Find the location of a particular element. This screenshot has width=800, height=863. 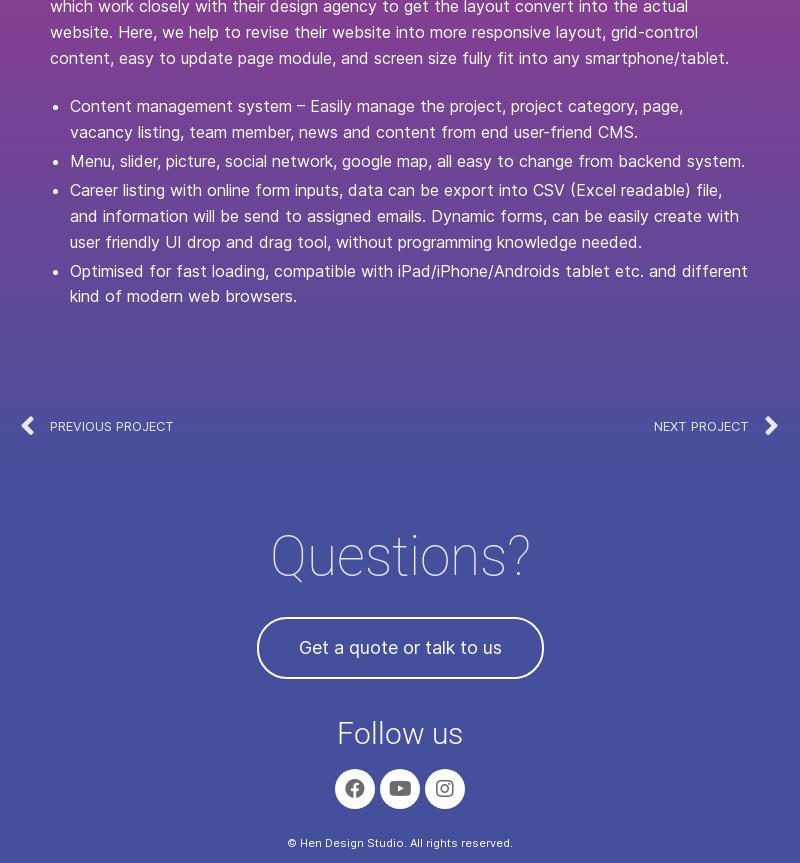

'© Hen Design Studio. All rights reserved.' is located at coordinates (400, 841).